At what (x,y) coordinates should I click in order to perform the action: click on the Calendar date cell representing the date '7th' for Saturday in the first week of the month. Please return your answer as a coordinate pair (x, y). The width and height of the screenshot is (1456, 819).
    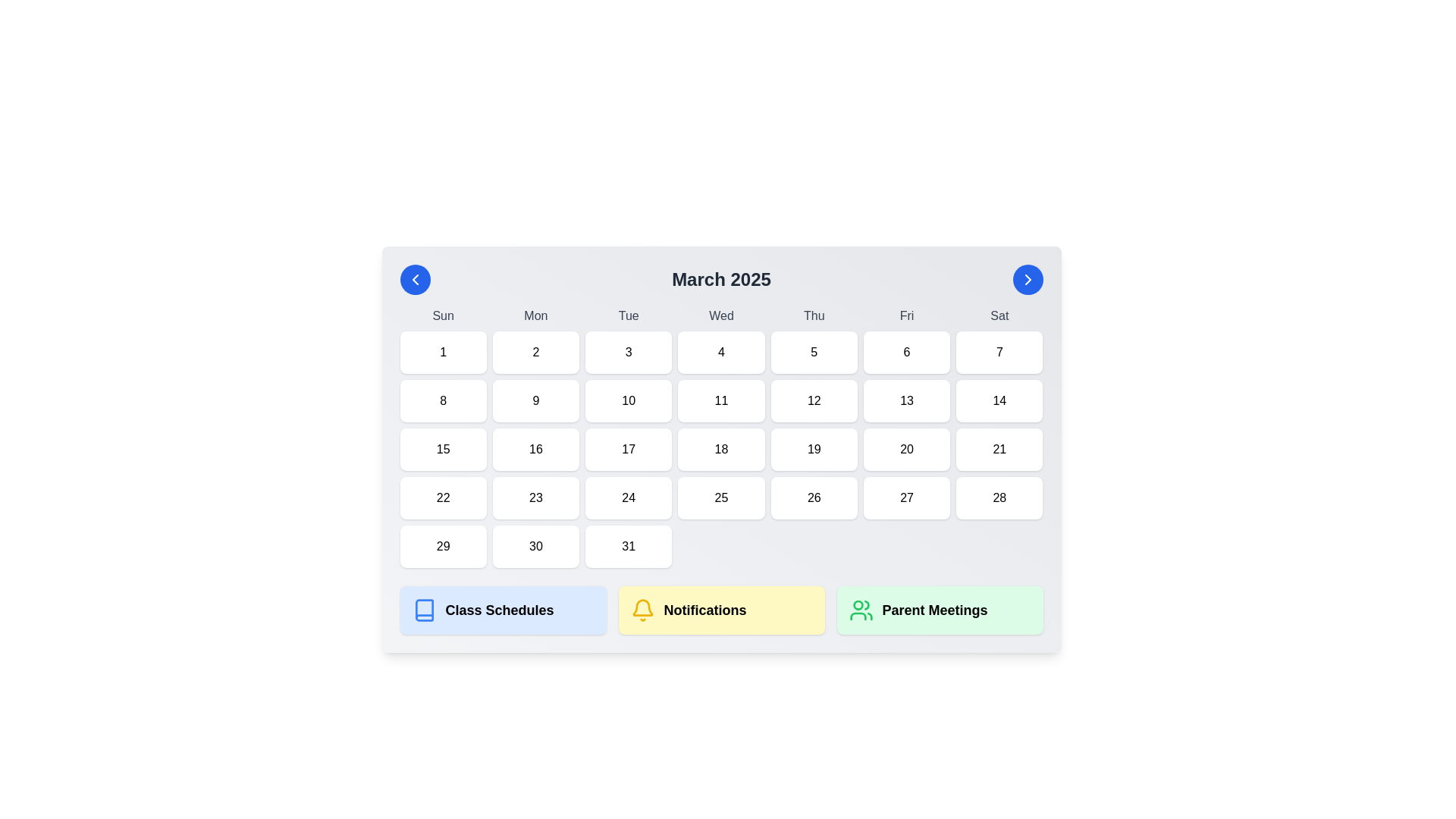
    Looking at the image, I should click on (999, 353).